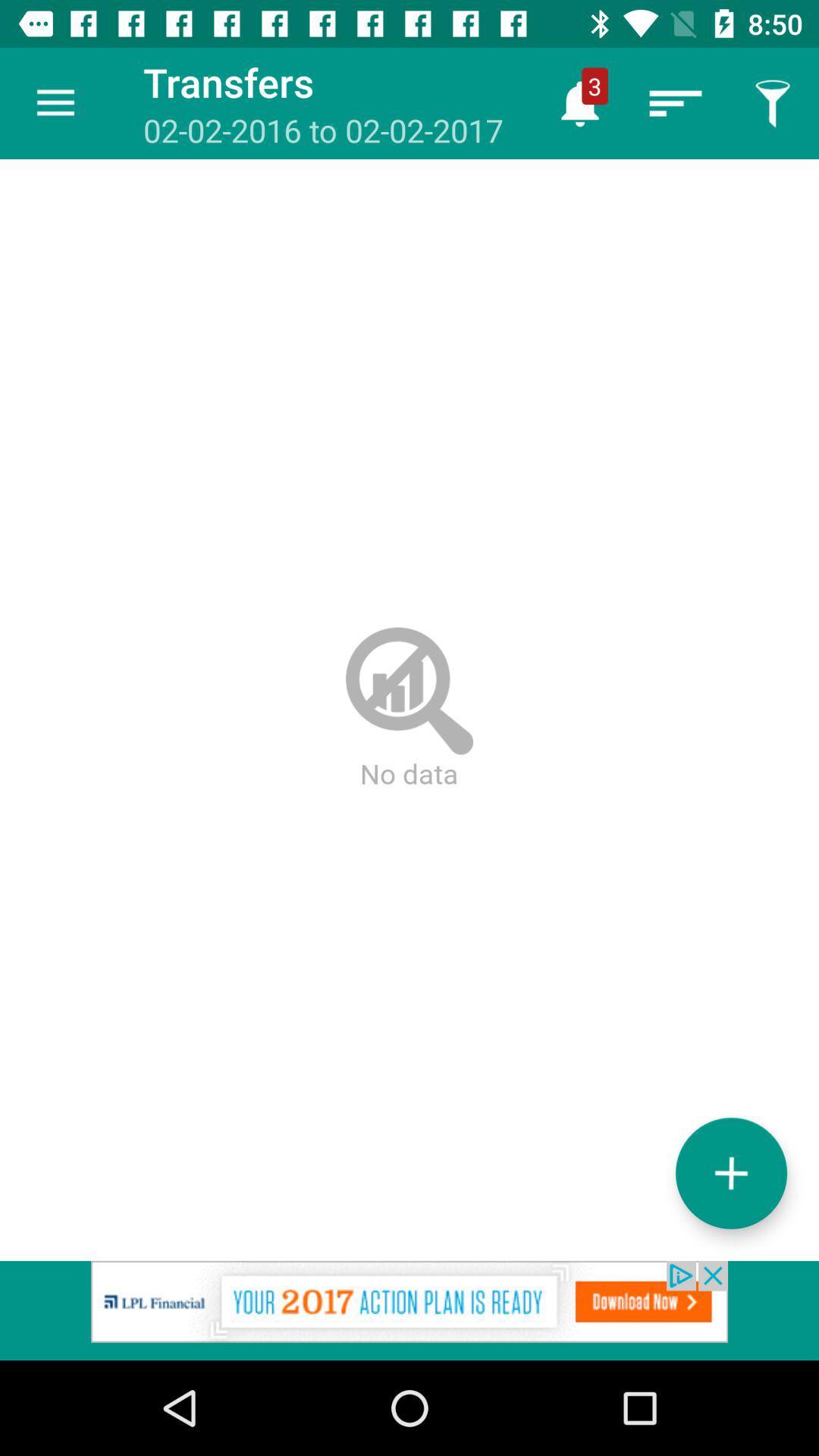 This screenshot has width=819, height=1456. What do you see at coordinates (730, 1172) in the screenshot?
I see `the add icon` at bounding box center [730, 1172].